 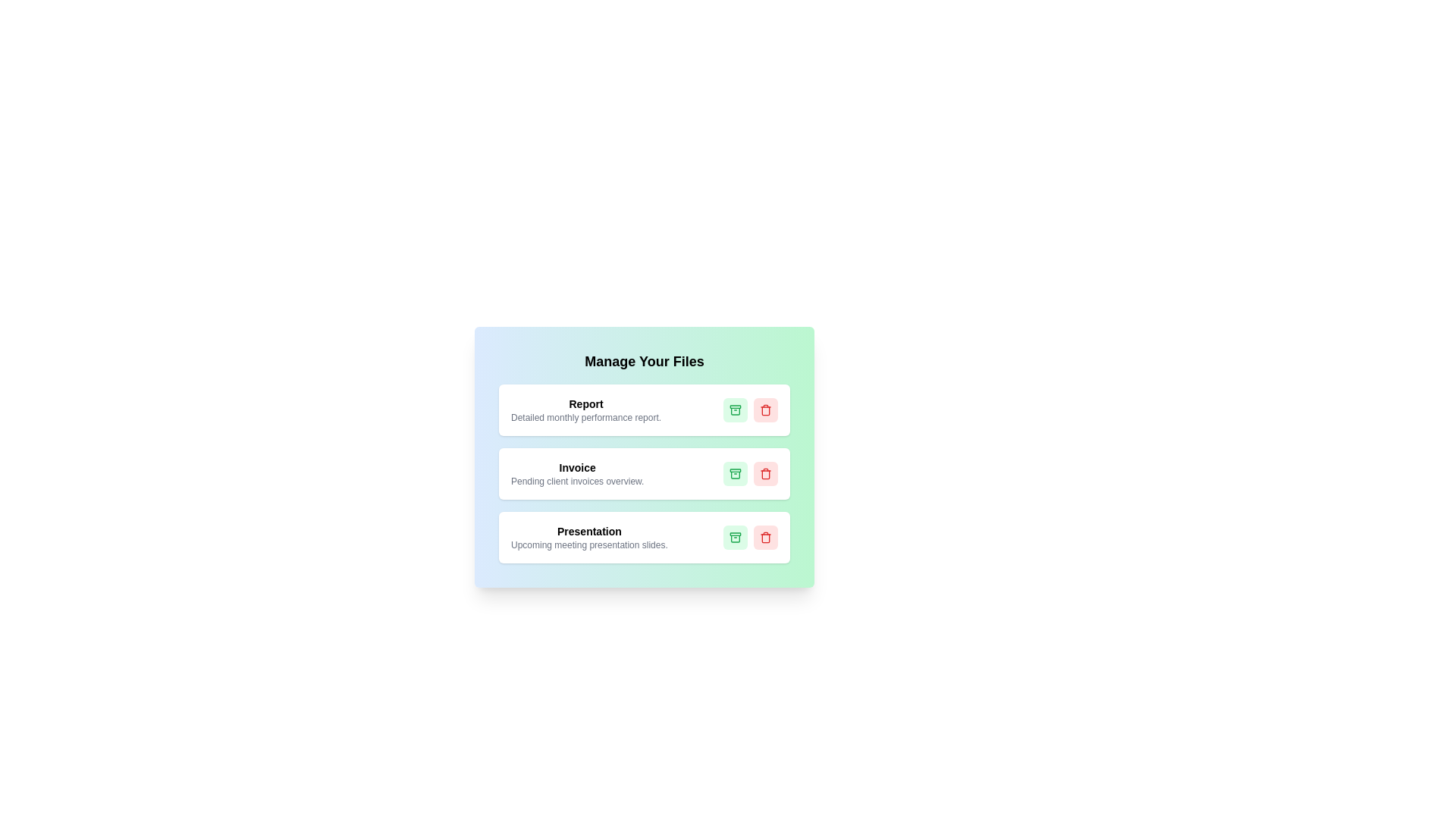 I want to click on archive button for the card titled 'Report', so click(x=735, y=409).